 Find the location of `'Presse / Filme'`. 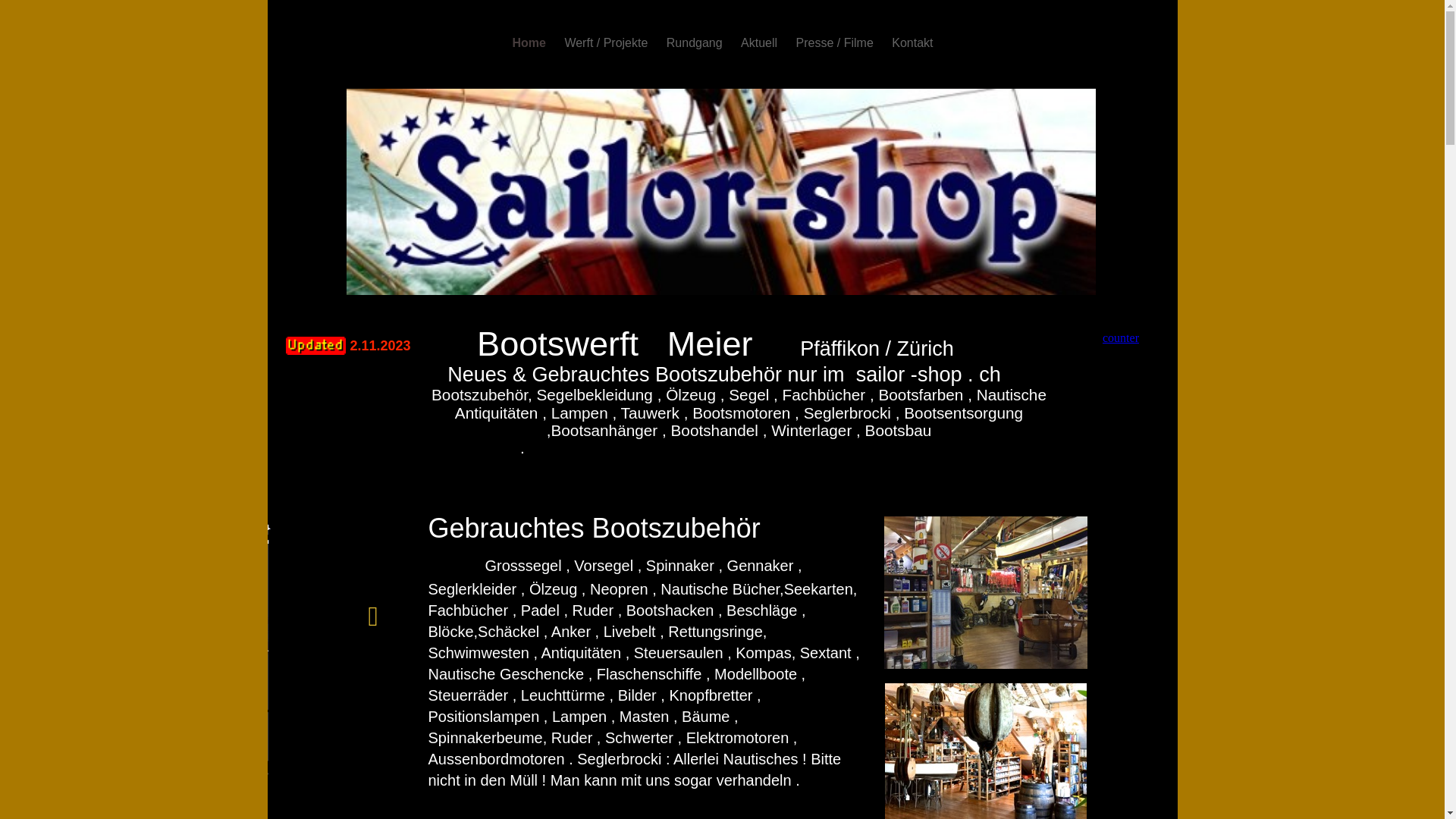

'Presse / Filme' is located at coordinates (795, 42).